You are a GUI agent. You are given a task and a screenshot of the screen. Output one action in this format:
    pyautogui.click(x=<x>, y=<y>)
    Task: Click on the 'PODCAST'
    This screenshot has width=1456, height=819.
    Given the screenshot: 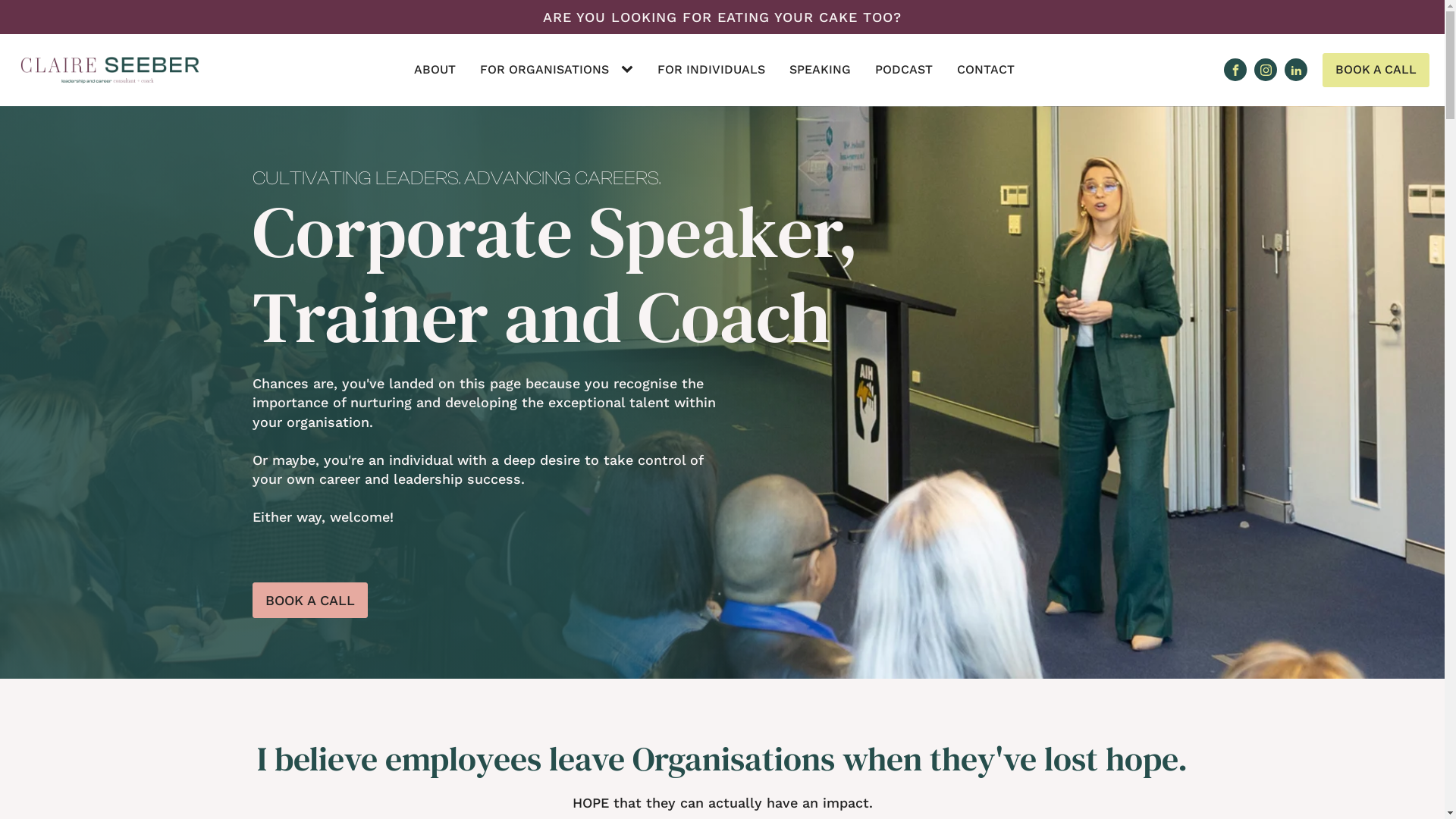 What is the action you would take?
    pyautogui.click(x=903, y=70)
    